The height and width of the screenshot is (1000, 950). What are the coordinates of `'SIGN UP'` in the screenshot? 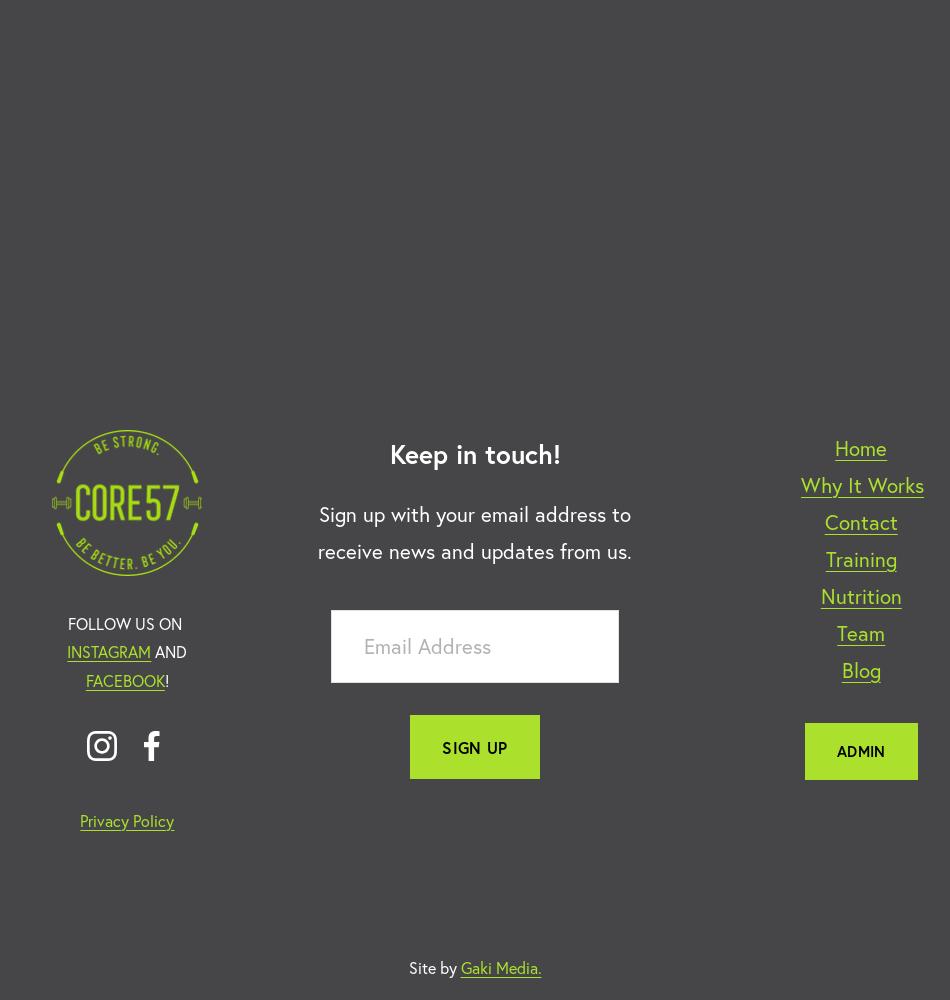 It's located at (473, 745).